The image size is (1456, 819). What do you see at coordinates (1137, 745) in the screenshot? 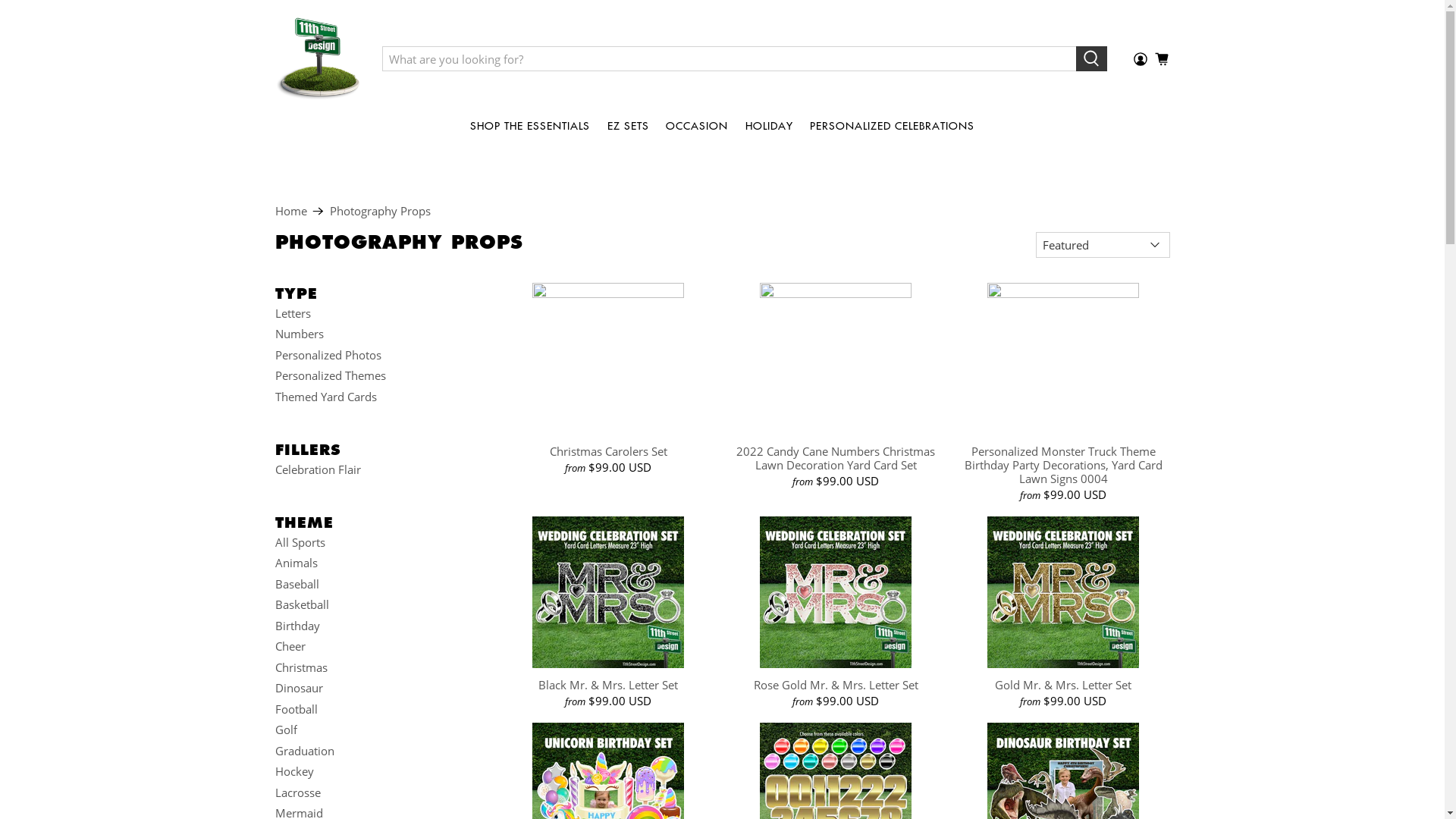
I see `'INR'` at bounding box center [1137, 745].